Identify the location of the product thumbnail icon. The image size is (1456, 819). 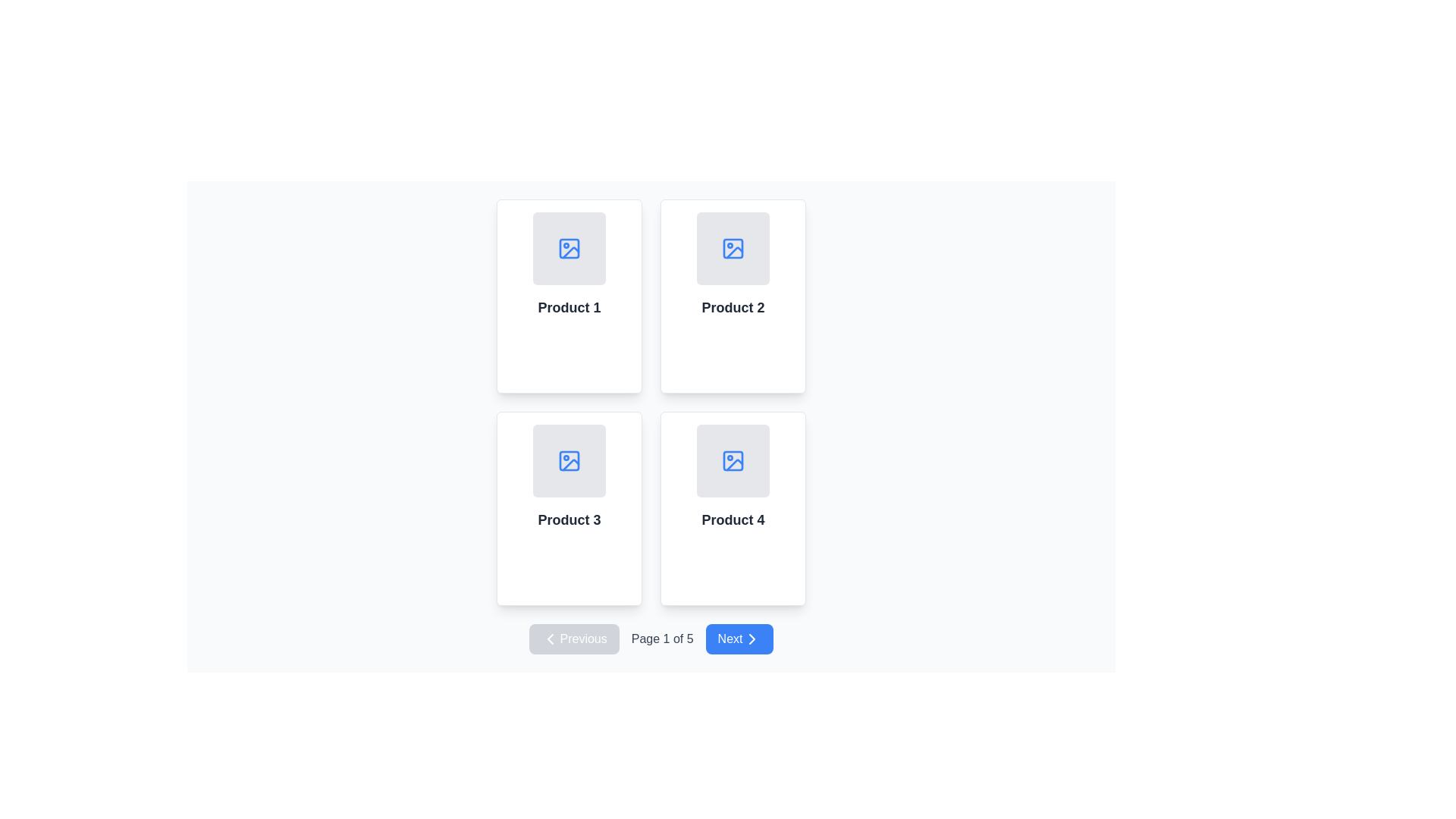
(568, 247).